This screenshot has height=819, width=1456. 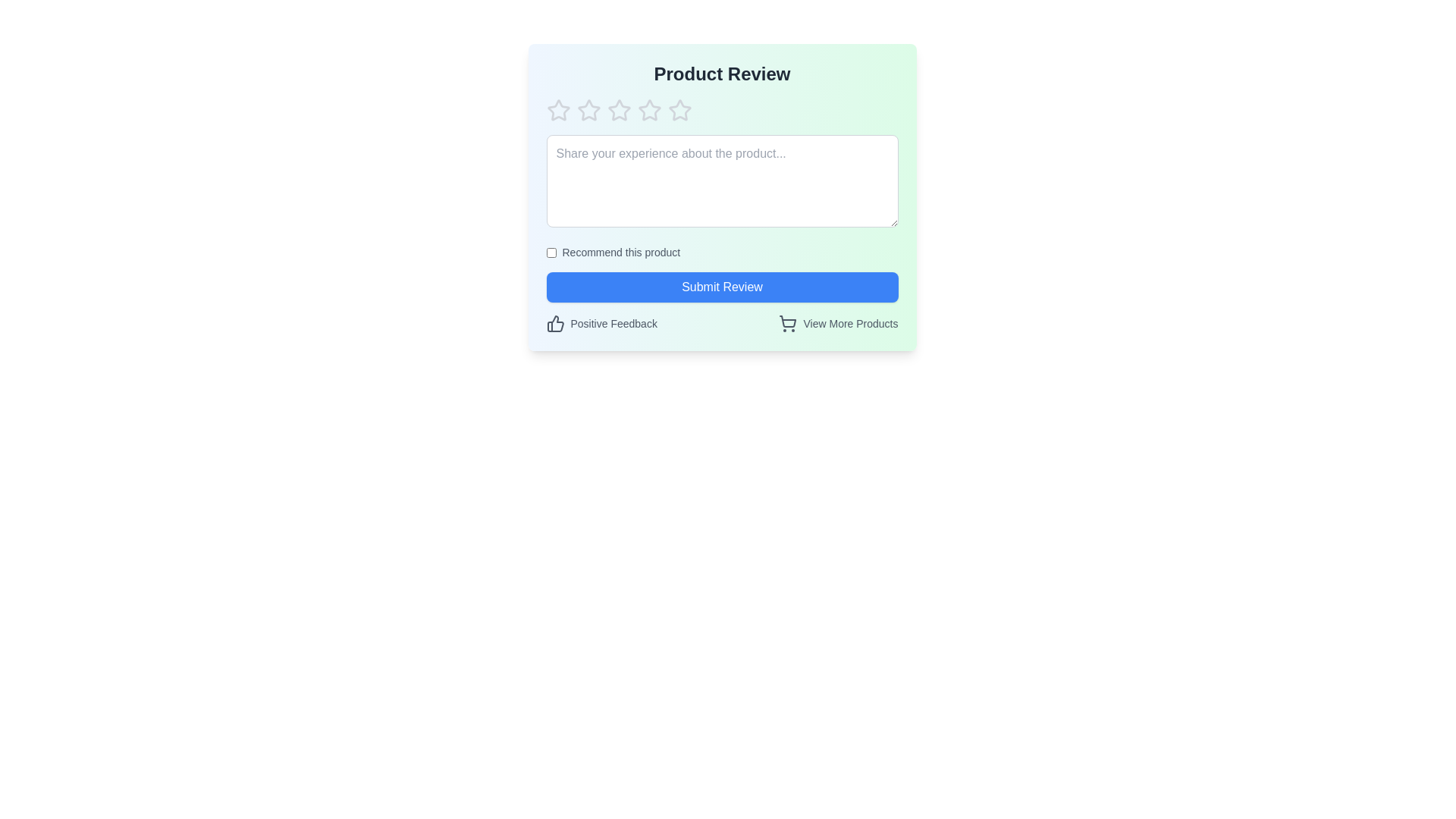 What do you see at coordinates (649, 110) in the screenshot?
I see `the star representing 4 stars to preview the rating` at bounding box center [649, 110].